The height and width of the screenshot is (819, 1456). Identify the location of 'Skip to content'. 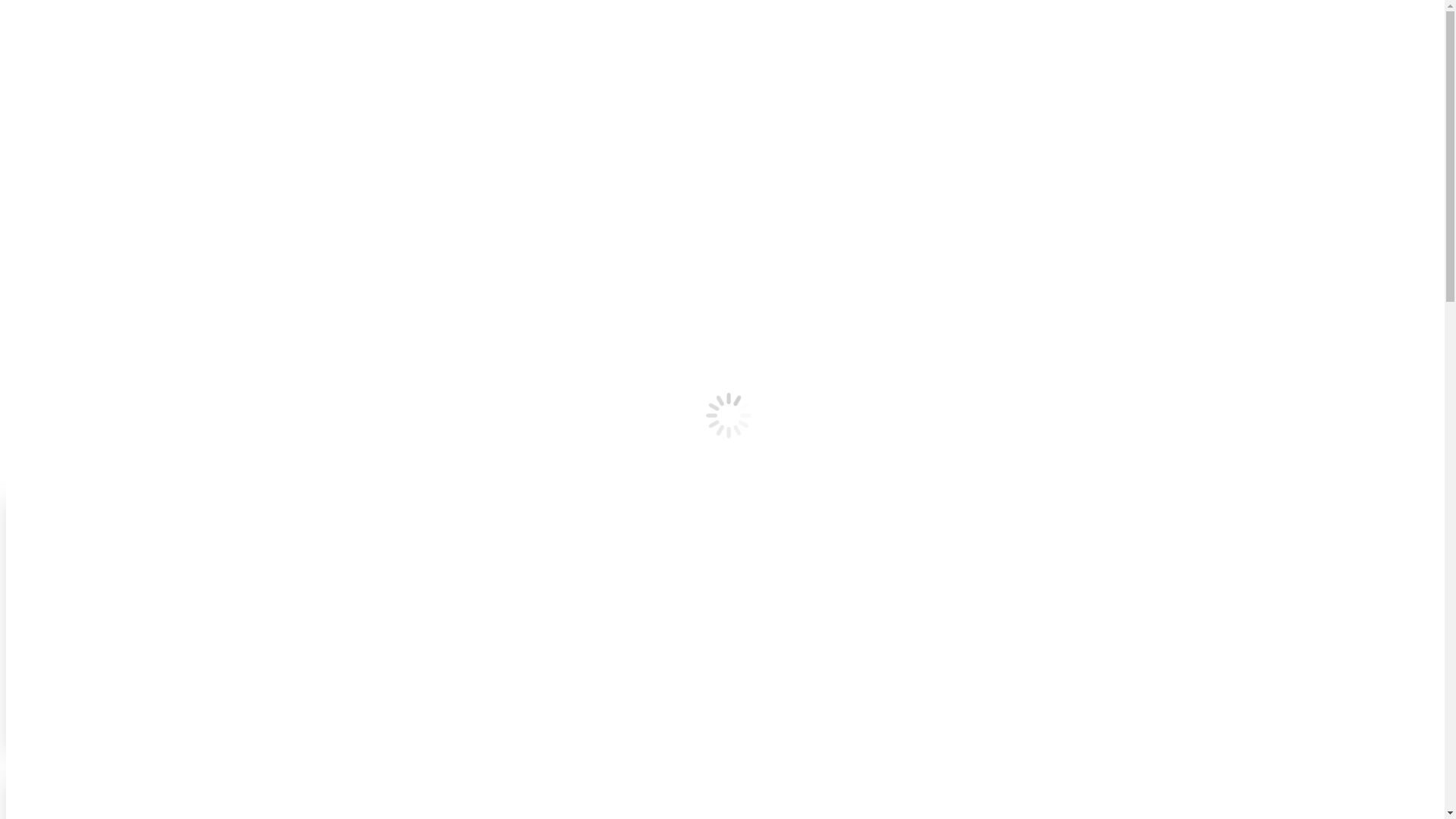
(5, 5).